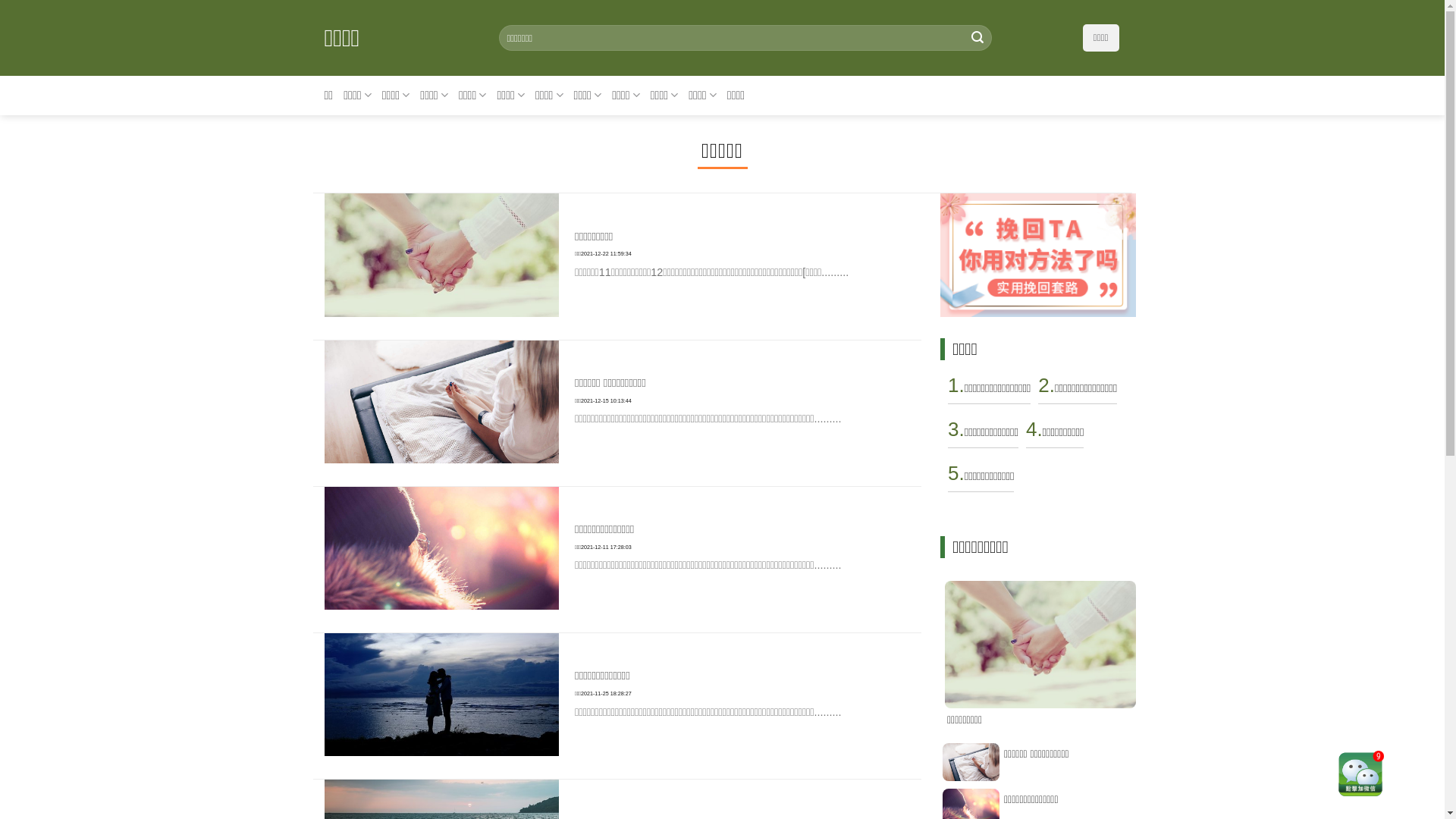 The width and height of the screenshot is (1456, 819). What do you see at coordinates (0, 0) in the screenshot?
I see `'Skip to content'` at bounding box center [0, 0].